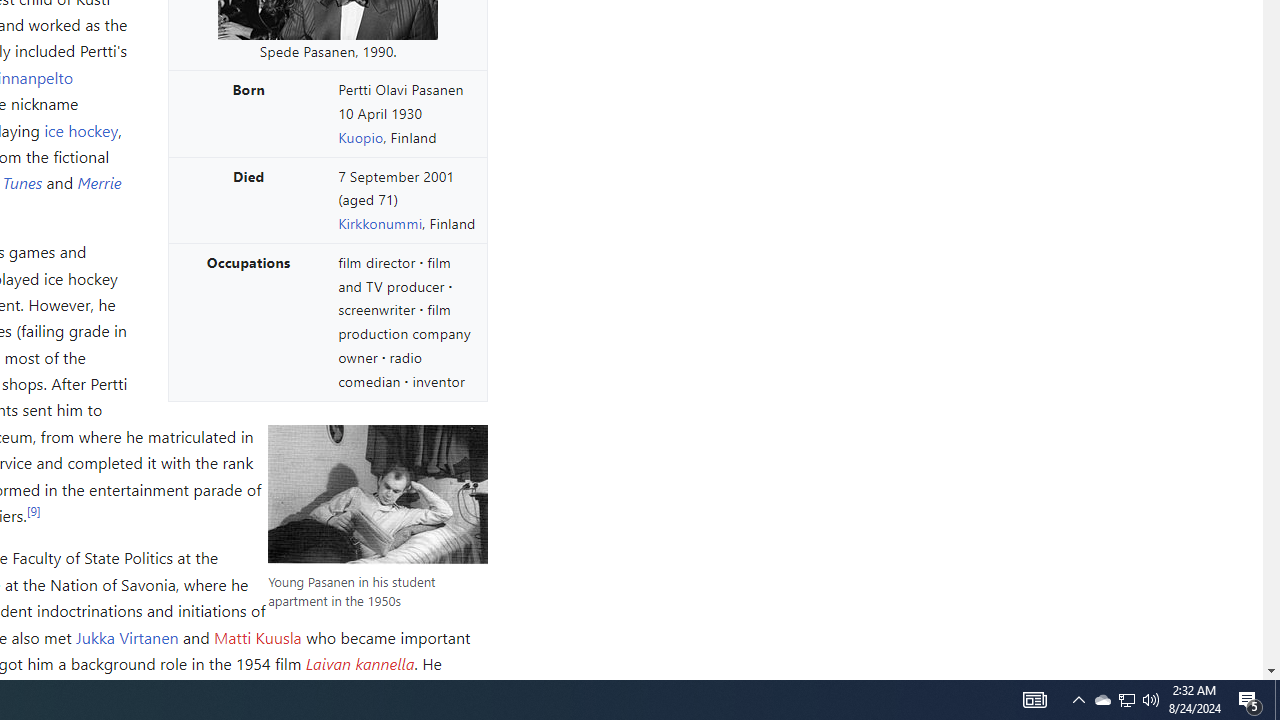 Image resolution: width=1280 pixels, height=720 pixels. What do you see at coordinates (126, 636) in the screenshot?
I see `'Jukka Virtanen'` at bounding box center [126, 636].